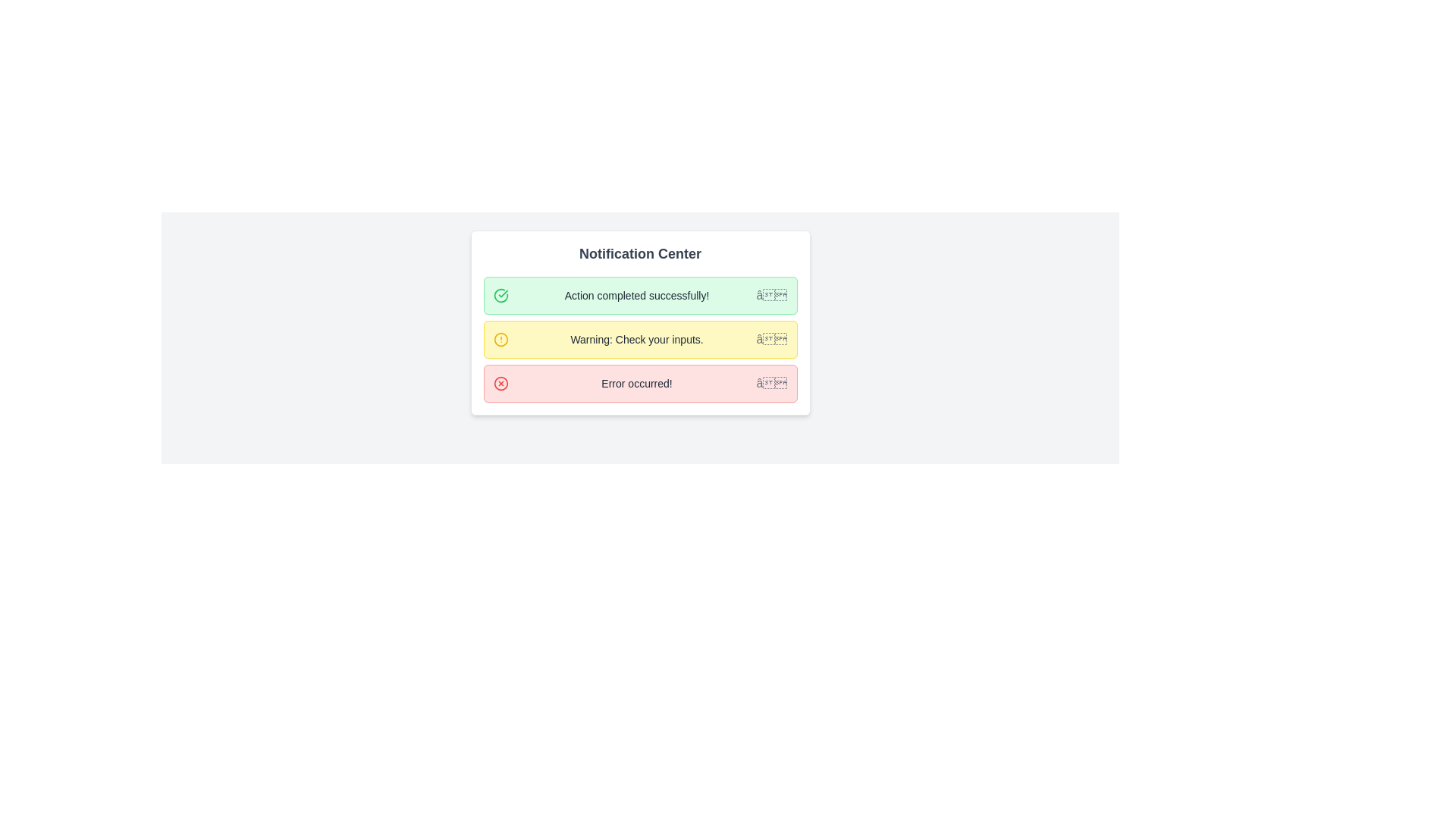 Image resolution: width=1456 pixels, height=819 pixels. Describe the element at coordinates (771, 338) in the screenshot. I see `the gray 'X' button at the far right side of the yellow warning notification strip` at that location.